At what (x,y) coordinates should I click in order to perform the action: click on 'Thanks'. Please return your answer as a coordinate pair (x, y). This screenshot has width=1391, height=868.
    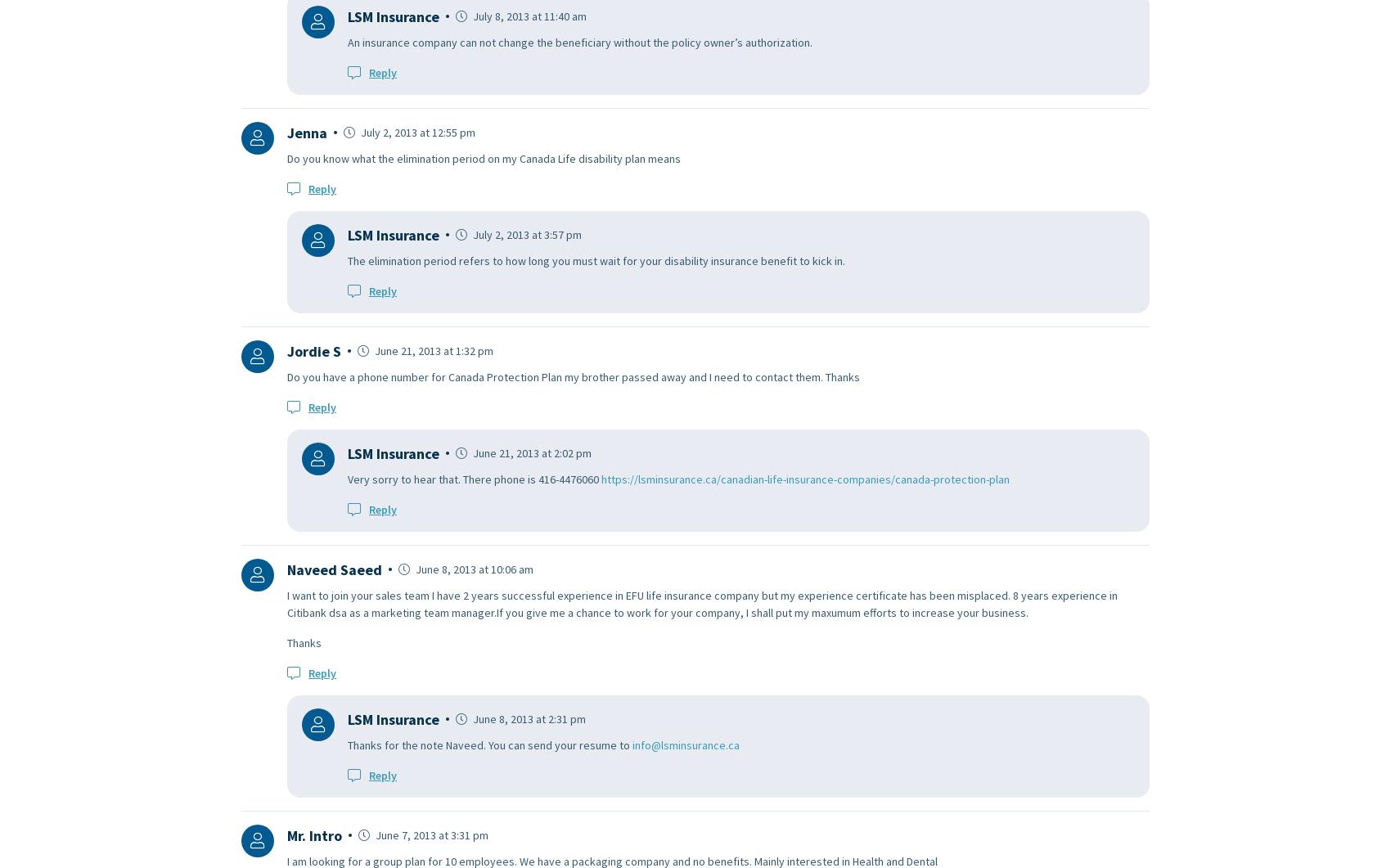
    Looking at the image, I should click on (303, 642).